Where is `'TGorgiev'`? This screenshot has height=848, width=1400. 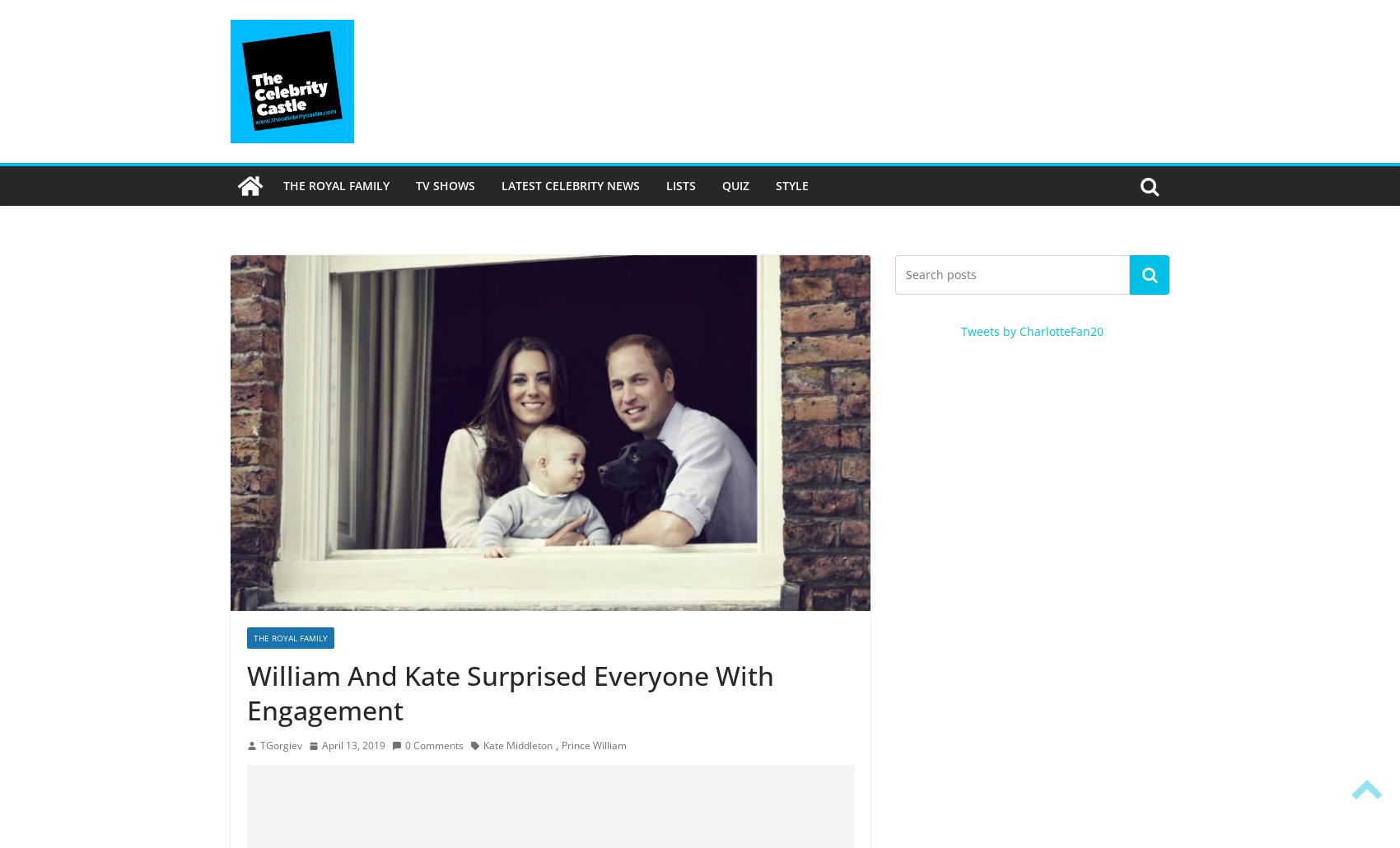 'TGorgiev' is located at coordinates (280, 745).